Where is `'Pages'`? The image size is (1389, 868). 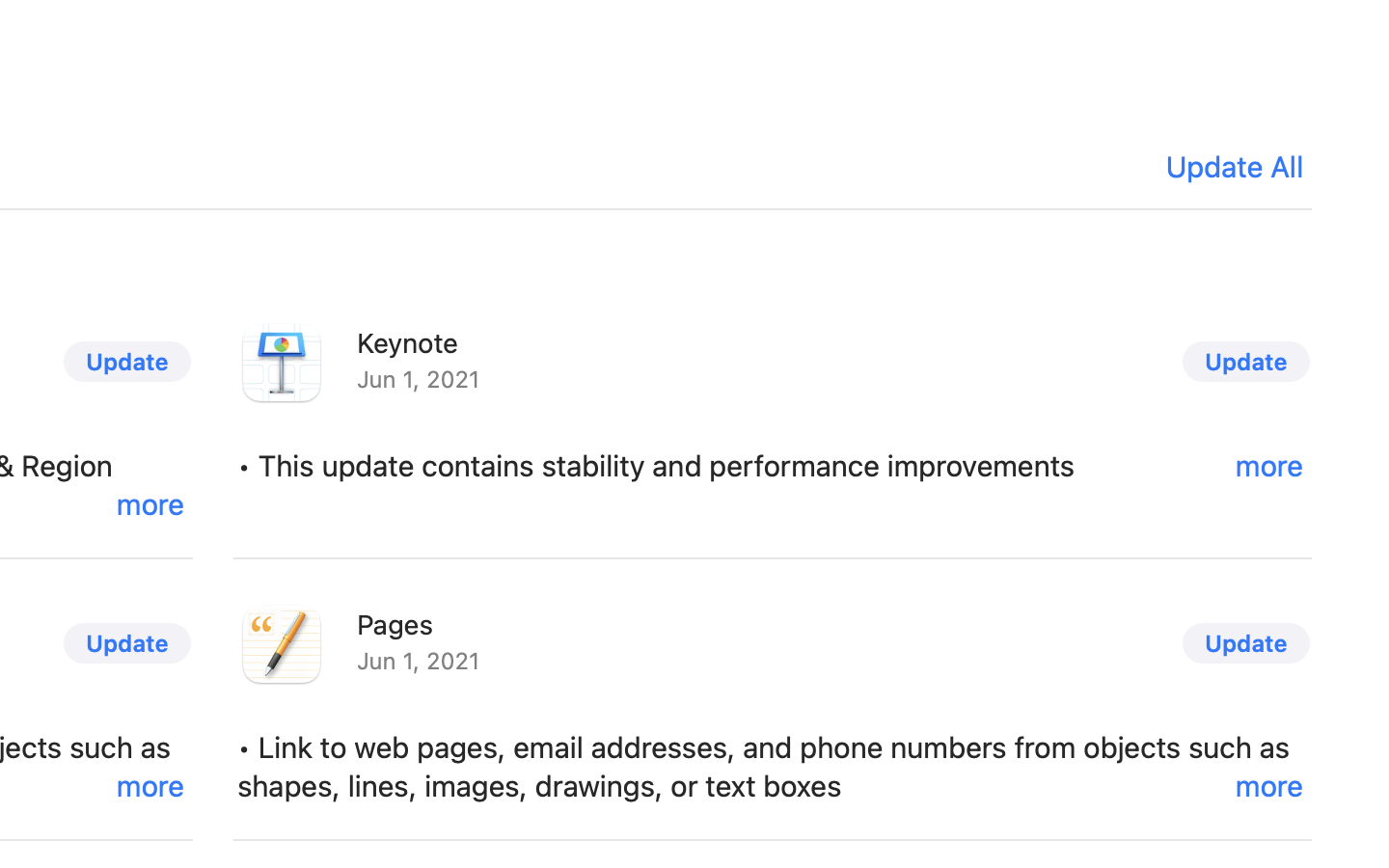 'Pages' is located at coordinates (394, 624).